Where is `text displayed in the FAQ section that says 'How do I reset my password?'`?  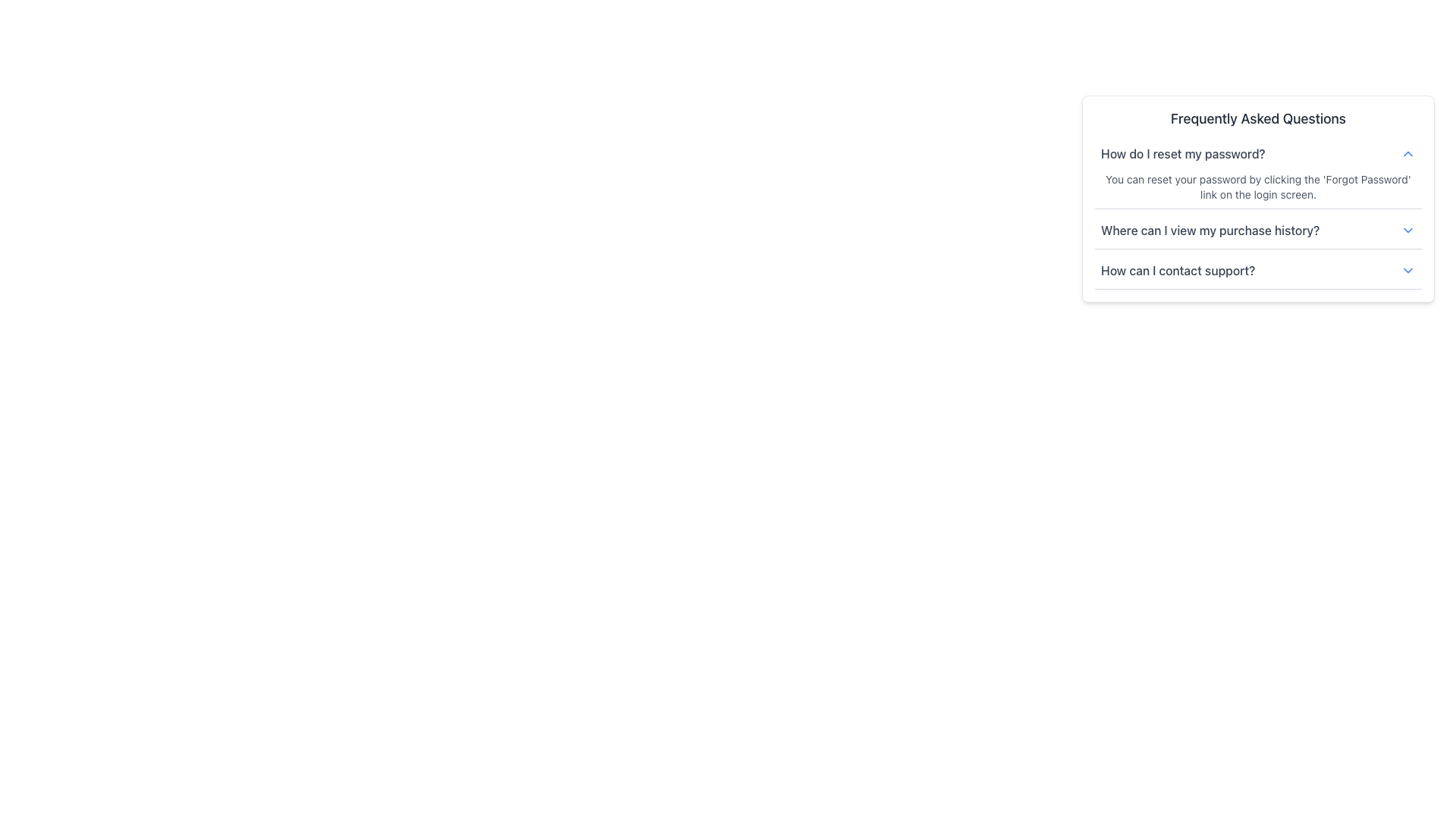 text displayed in the FAQ section that says 'How do I reset my password?' is located at coordinates (1182, 154).